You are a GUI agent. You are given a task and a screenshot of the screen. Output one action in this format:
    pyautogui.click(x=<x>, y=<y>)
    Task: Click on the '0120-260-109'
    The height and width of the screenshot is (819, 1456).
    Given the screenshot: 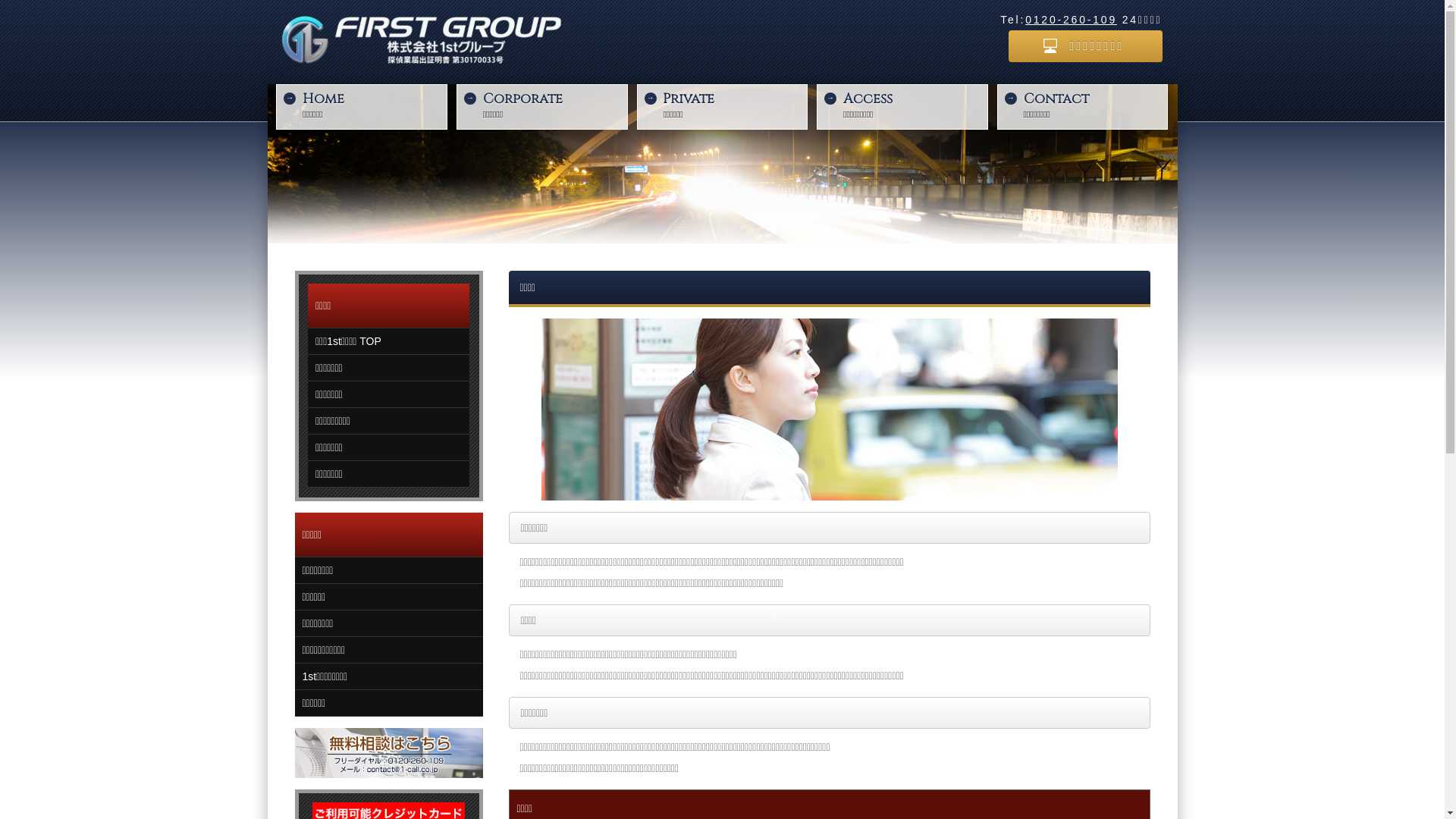 What is the action you would take?
    pyautogui.click(x=1070, y=20)
    